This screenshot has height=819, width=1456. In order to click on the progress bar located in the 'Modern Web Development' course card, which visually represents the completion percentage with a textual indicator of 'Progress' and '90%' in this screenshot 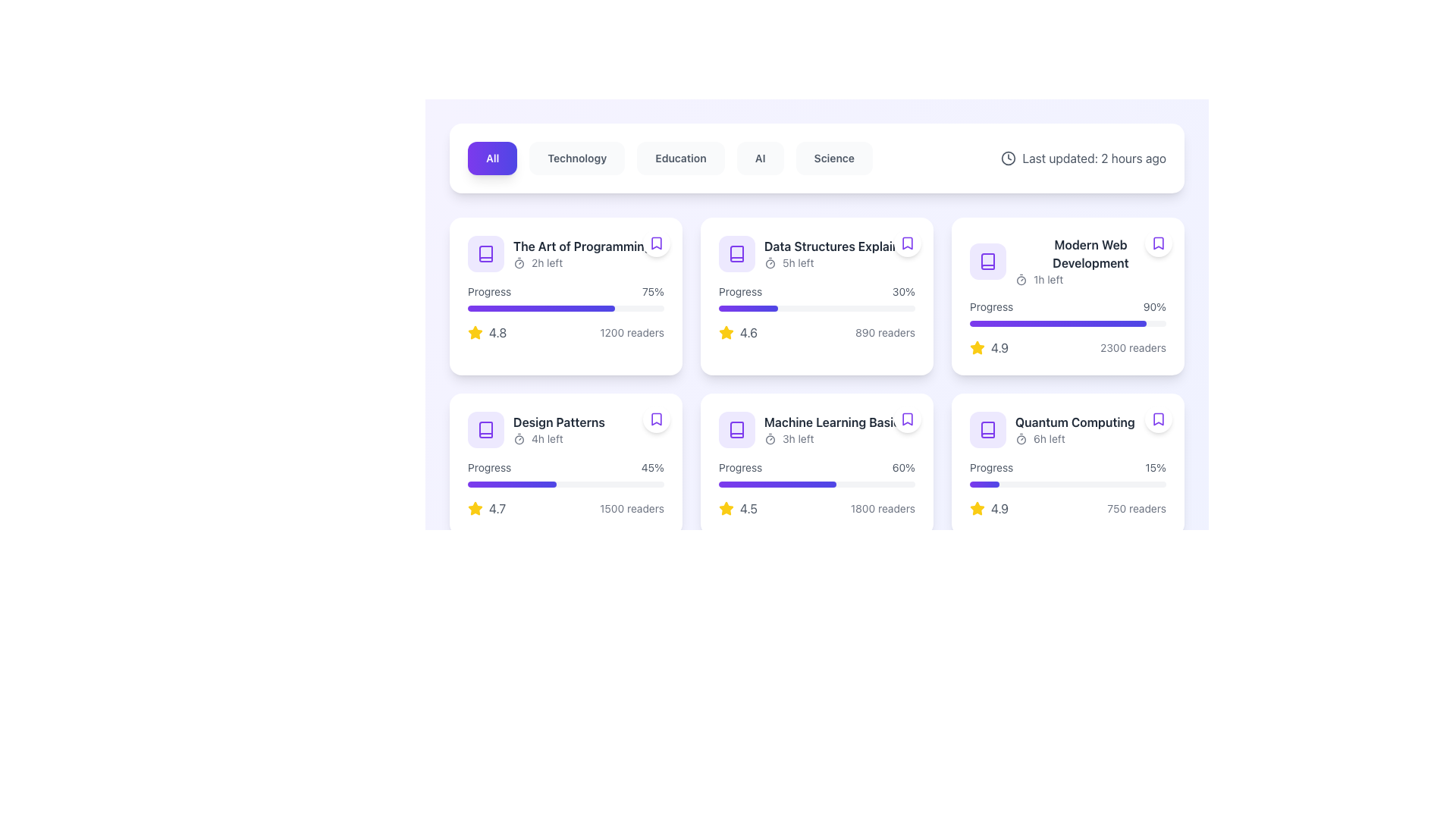, I will do `click(1067, 323)`.